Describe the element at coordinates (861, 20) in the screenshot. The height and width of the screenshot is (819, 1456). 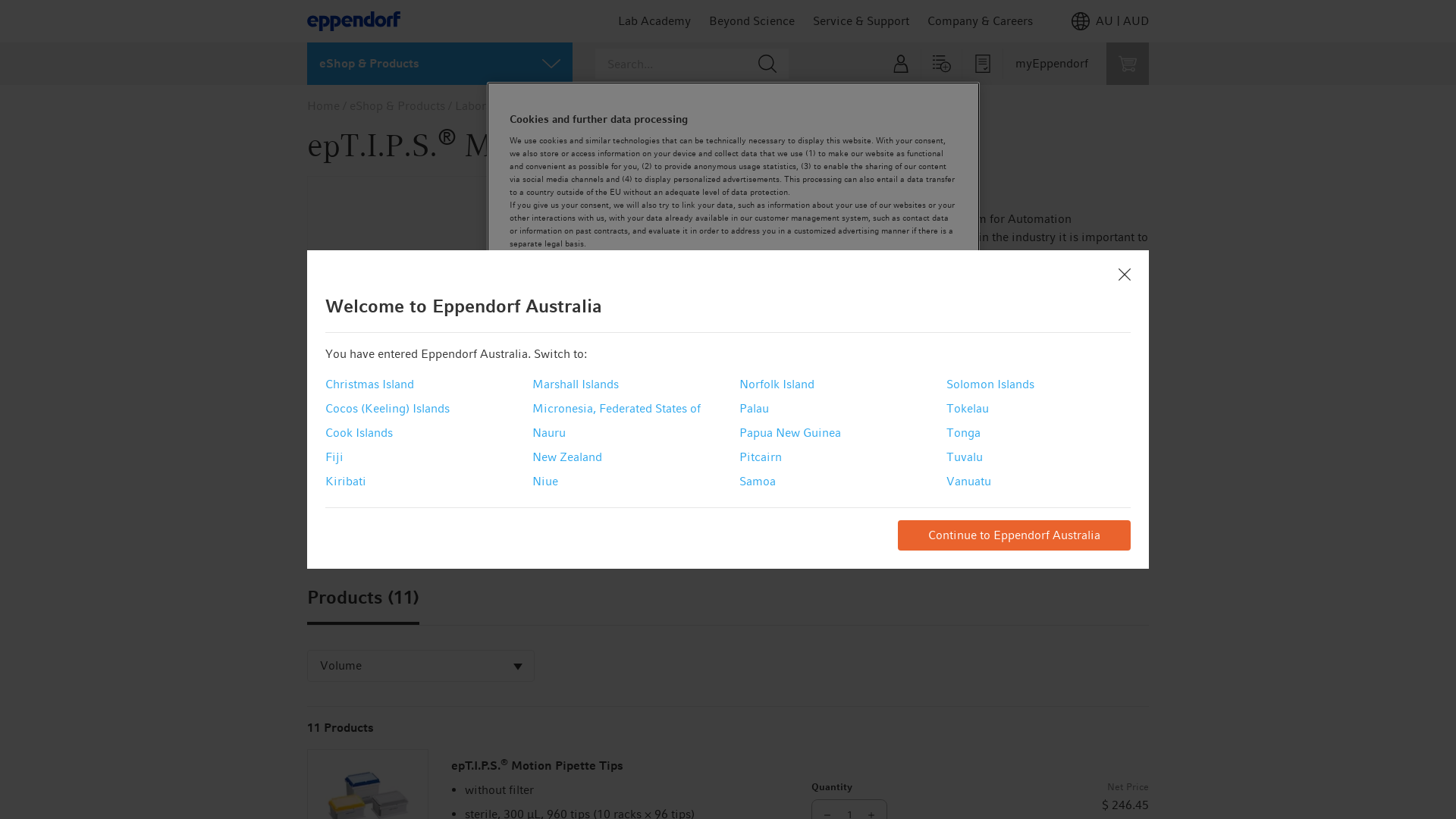
I see `'Service & Support'` at that location.